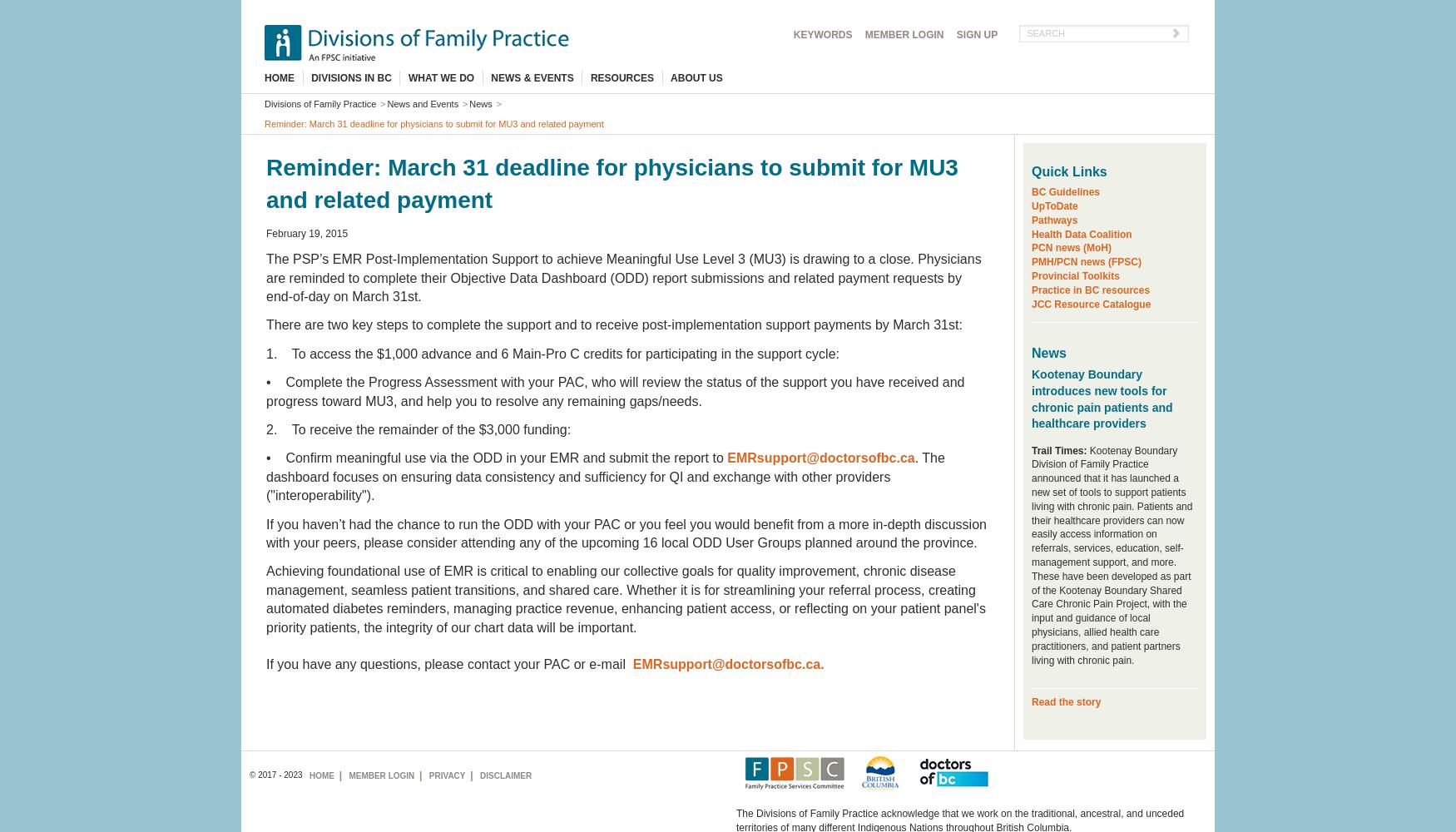 The image size is (1456, 832). Describe the element at coordinates (820, 458) in the screenshot. I see `'EMRsupport@doctorsofbc.ca'` at that location.